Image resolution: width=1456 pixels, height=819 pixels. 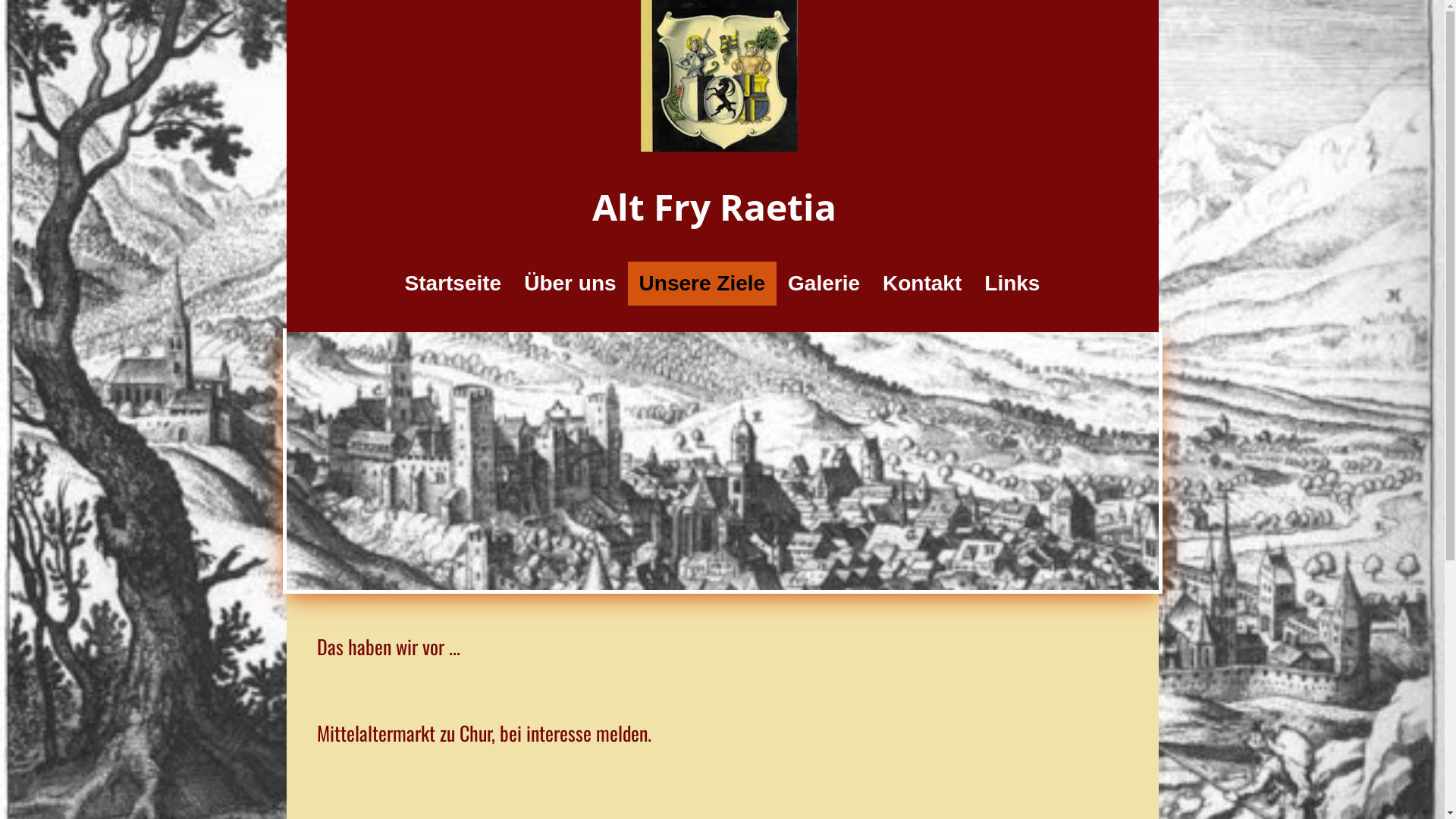 What do you see at coordinates (1012, 284) in the screenshot?
I see `'Links'` at bounding box center [1012, 284].